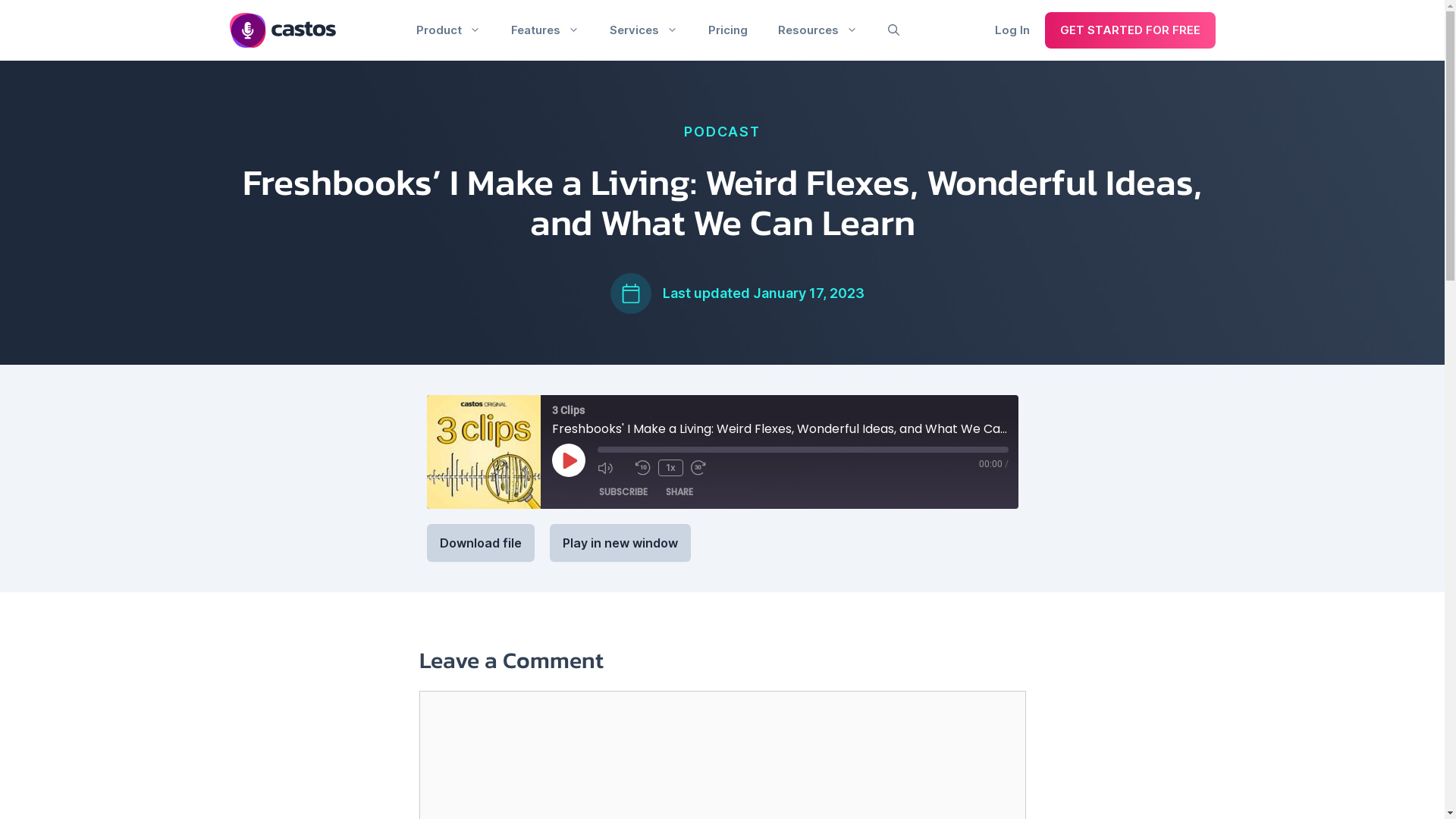 The height and width of the screenshot is (819, 1456). I want to click on 'Fast Forward 30 seconds', so click(704, 467).